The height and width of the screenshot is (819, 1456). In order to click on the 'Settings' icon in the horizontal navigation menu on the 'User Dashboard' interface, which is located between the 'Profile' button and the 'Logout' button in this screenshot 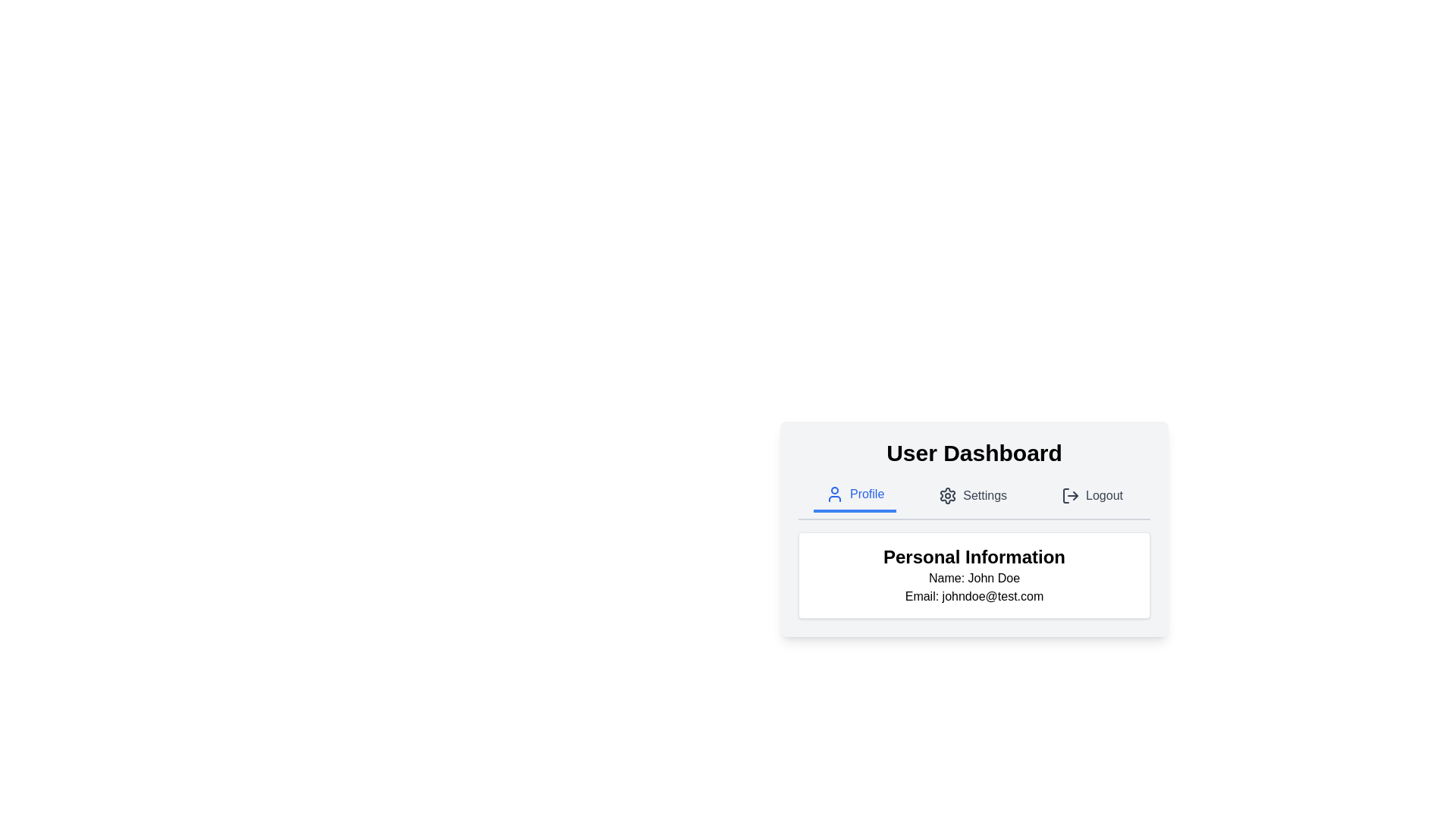, I will do `click(947, 496)`.